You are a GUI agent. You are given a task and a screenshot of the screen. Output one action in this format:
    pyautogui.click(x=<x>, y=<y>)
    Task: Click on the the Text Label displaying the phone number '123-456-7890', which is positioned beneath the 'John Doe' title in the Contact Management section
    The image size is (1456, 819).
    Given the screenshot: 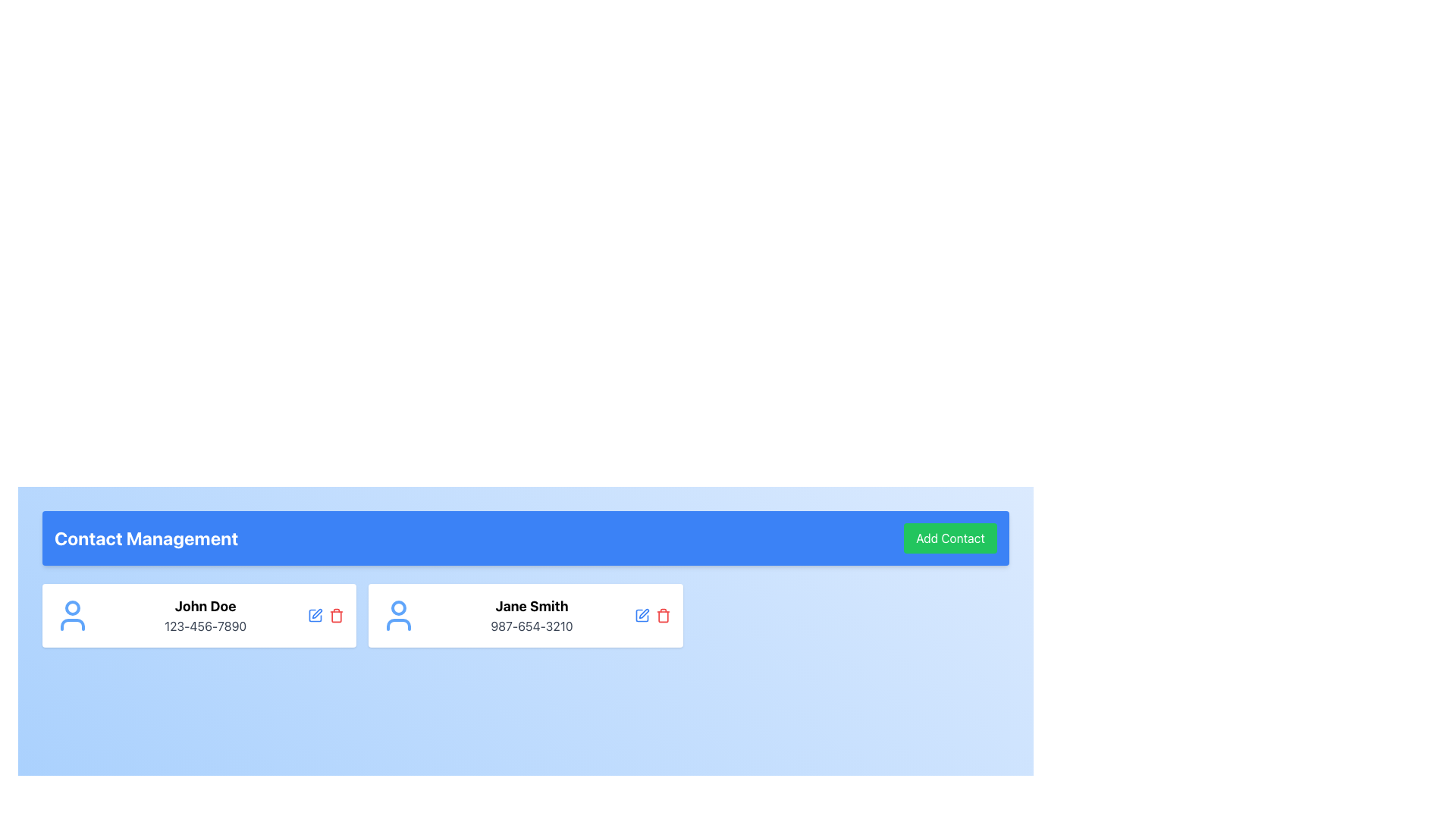 What is the action you would take?
    pyautogui.click(x=205, y=626)
    